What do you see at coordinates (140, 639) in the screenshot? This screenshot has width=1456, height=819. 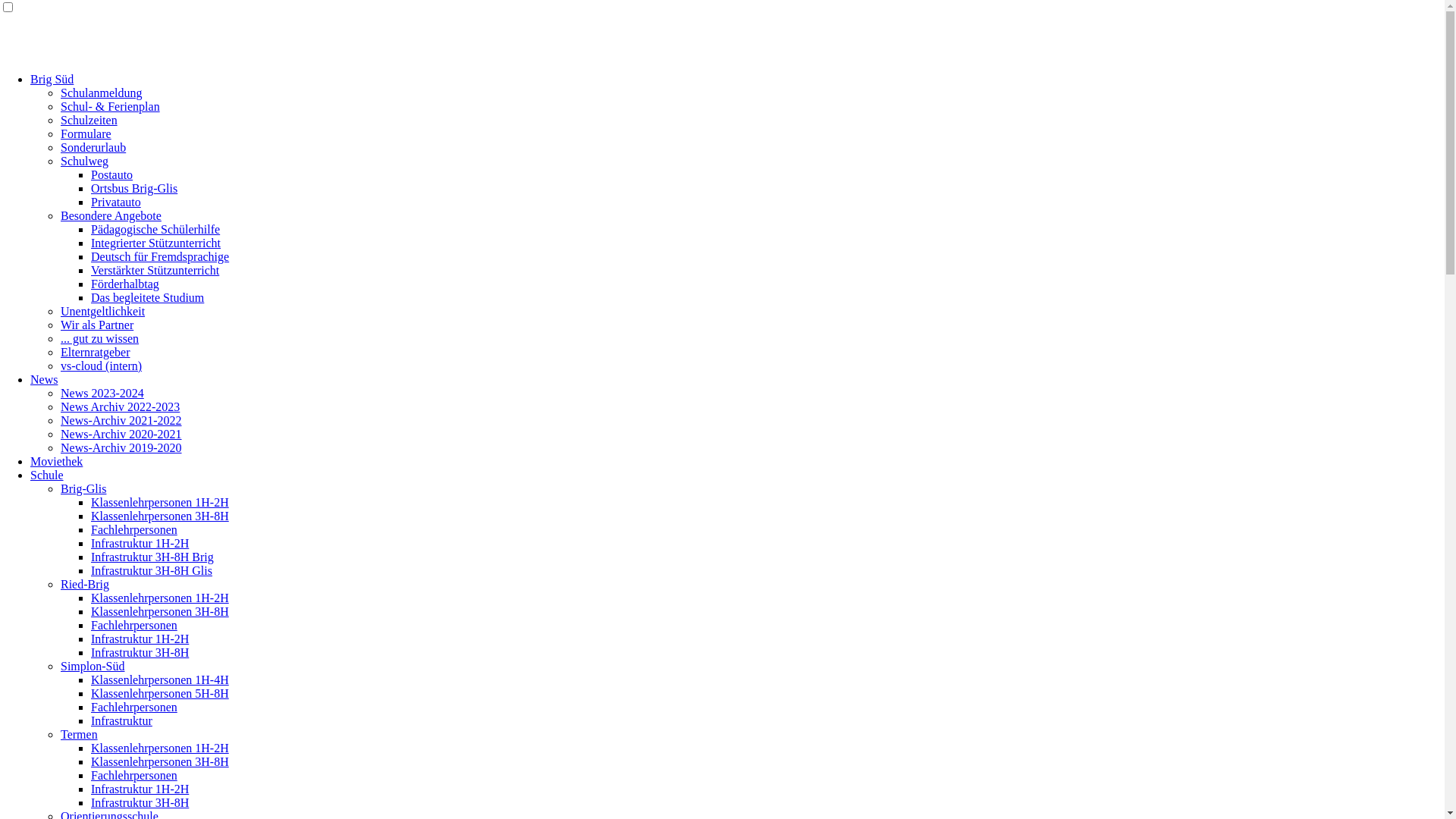 I see `'Infrastruktur 1H-2H'` at bounding box center [140, 639].